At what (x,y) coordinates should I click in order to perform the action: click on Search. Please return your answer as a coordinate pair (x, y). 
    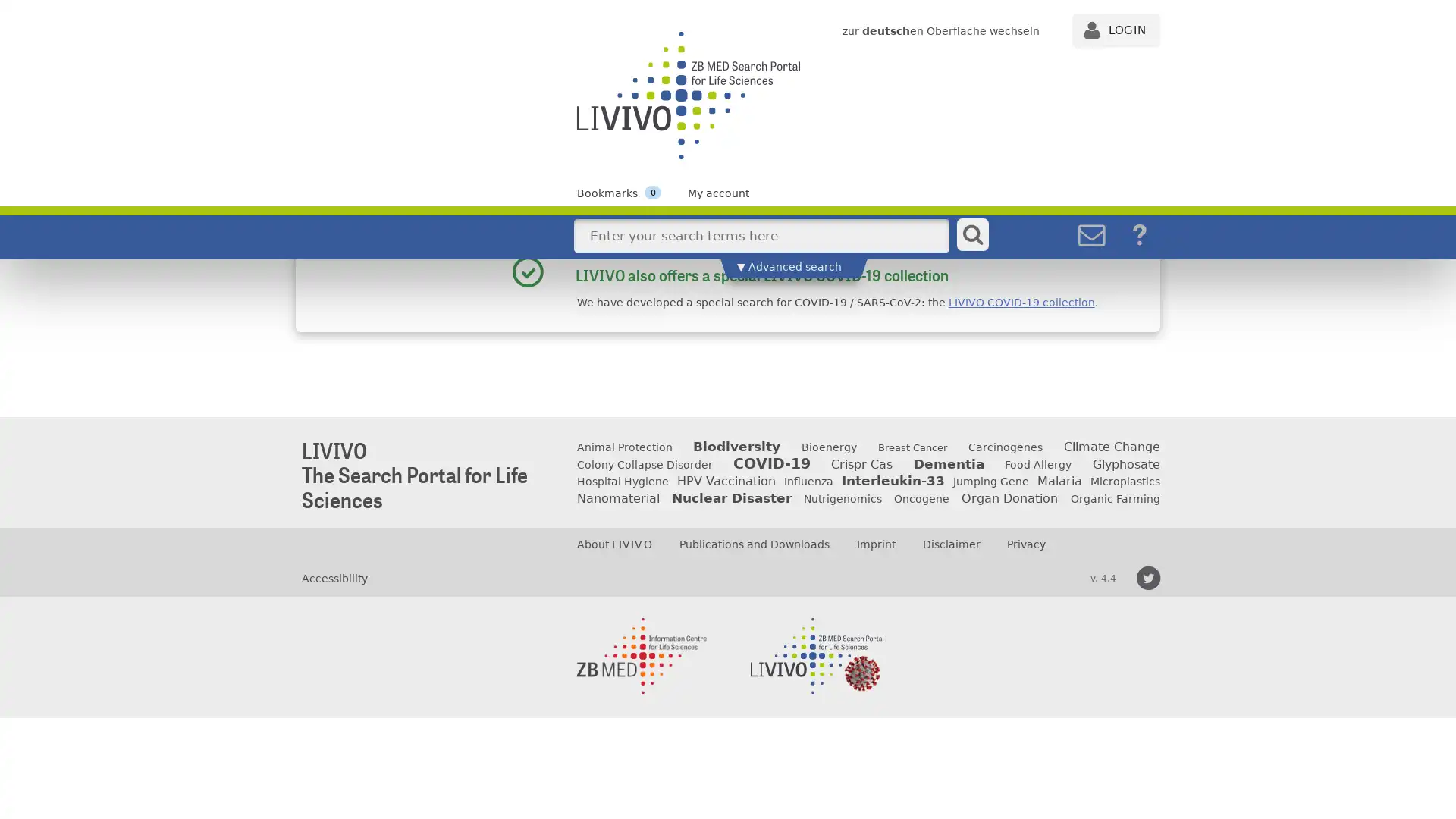
    Looking at the image, I should click on (972, 234).